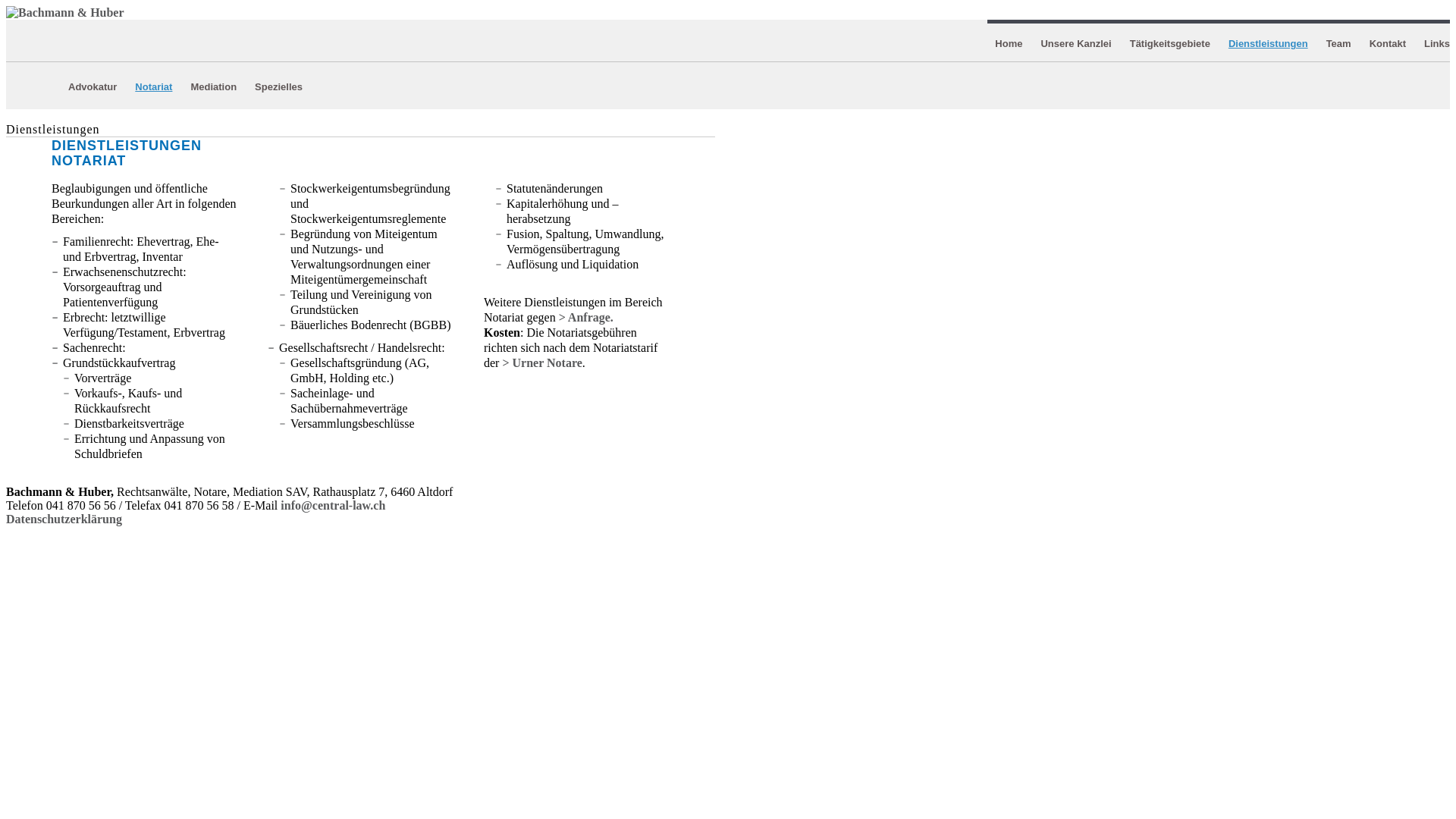 The height and width of the screenshot is (819, 1456). What do you see at coordinates (64, 12) in the screenshot?
I see `'Bachmann & Huber'` at bounding box center [64, 12].